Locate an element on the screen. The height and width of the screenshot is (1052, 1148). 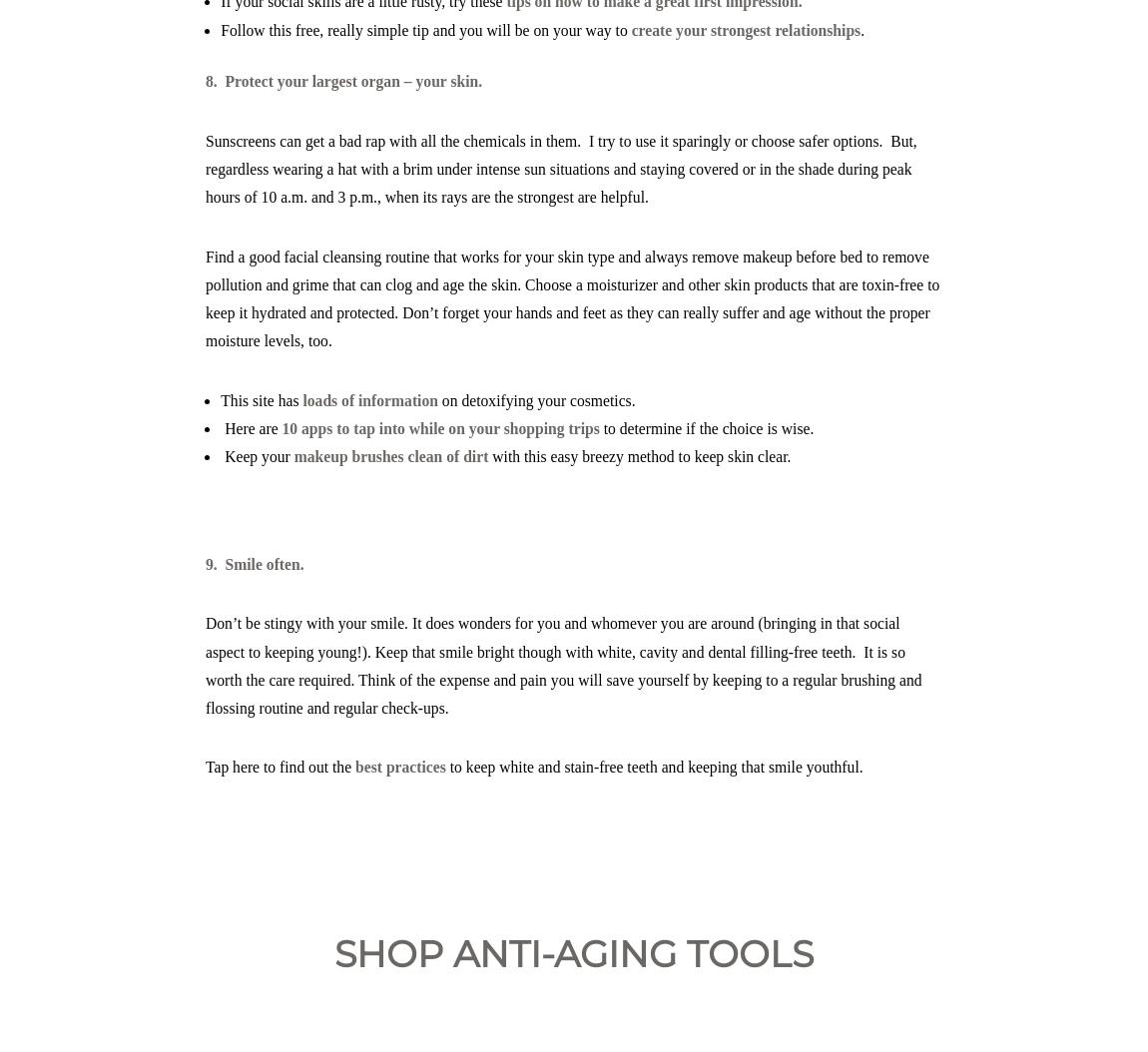
'best practices' is located at coordinates (400, 767).